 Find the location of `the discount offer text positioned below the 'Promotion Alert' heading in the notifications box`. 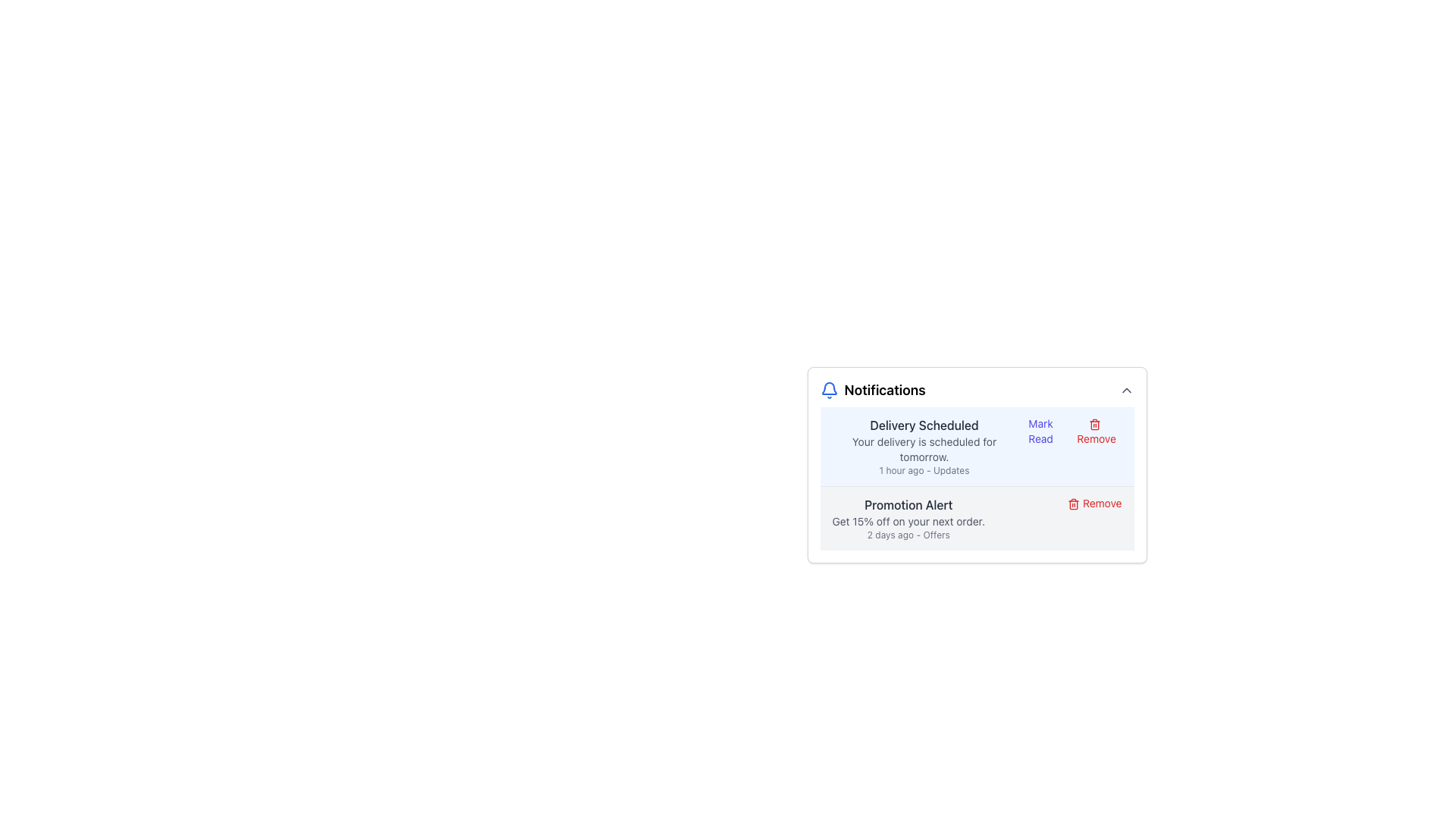

the discount offer text positioned below the 'Promotion Alert' heading in the notifications box is located at coordinates (908, 520).